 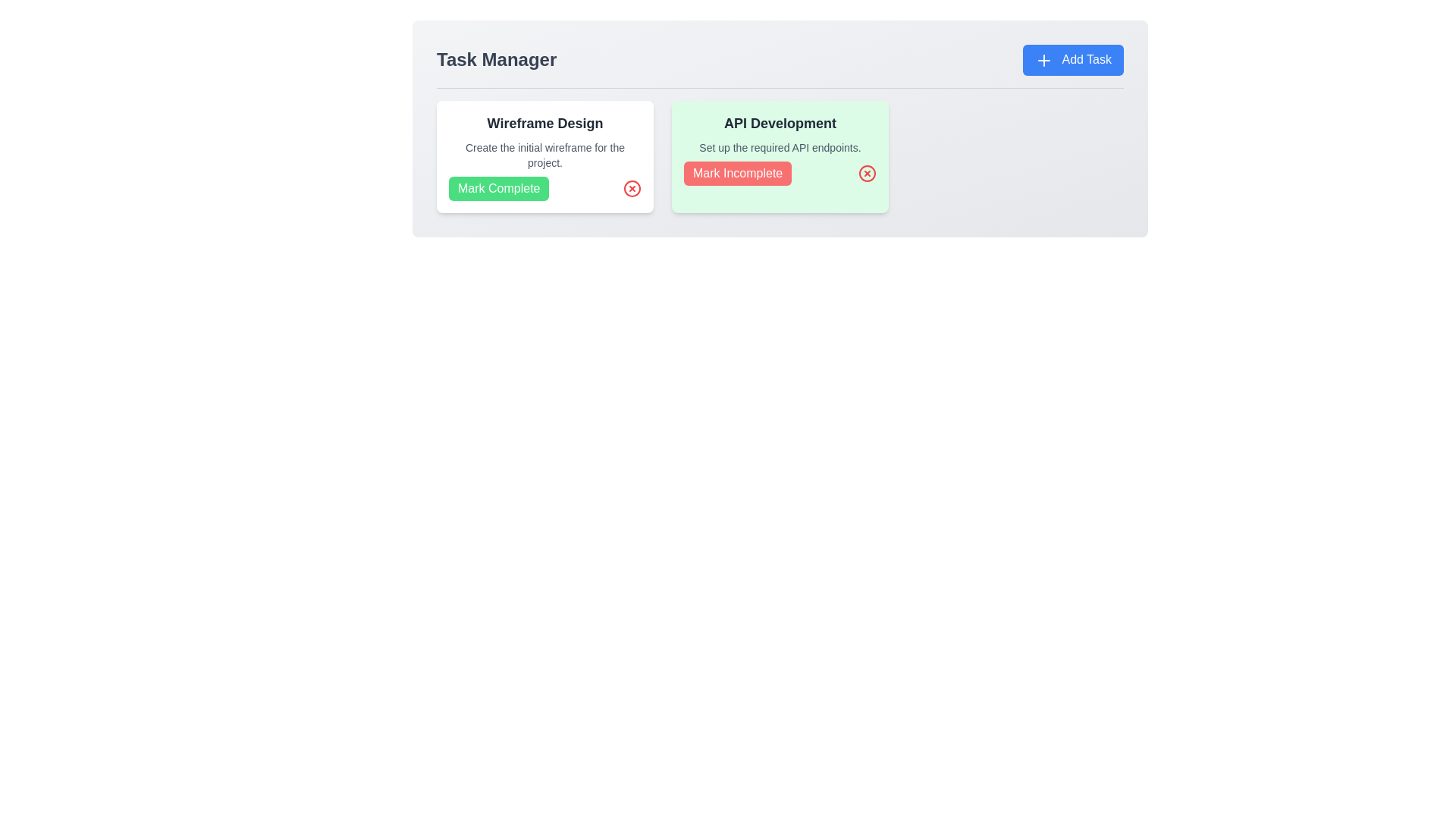 What do you see at coordinates (545, 122) in the screenshot?
I see `the Text Label that serves as the title for the task, which is positioned above the task description and the 'Mark Complete' button` at bounding box center [545, 122].